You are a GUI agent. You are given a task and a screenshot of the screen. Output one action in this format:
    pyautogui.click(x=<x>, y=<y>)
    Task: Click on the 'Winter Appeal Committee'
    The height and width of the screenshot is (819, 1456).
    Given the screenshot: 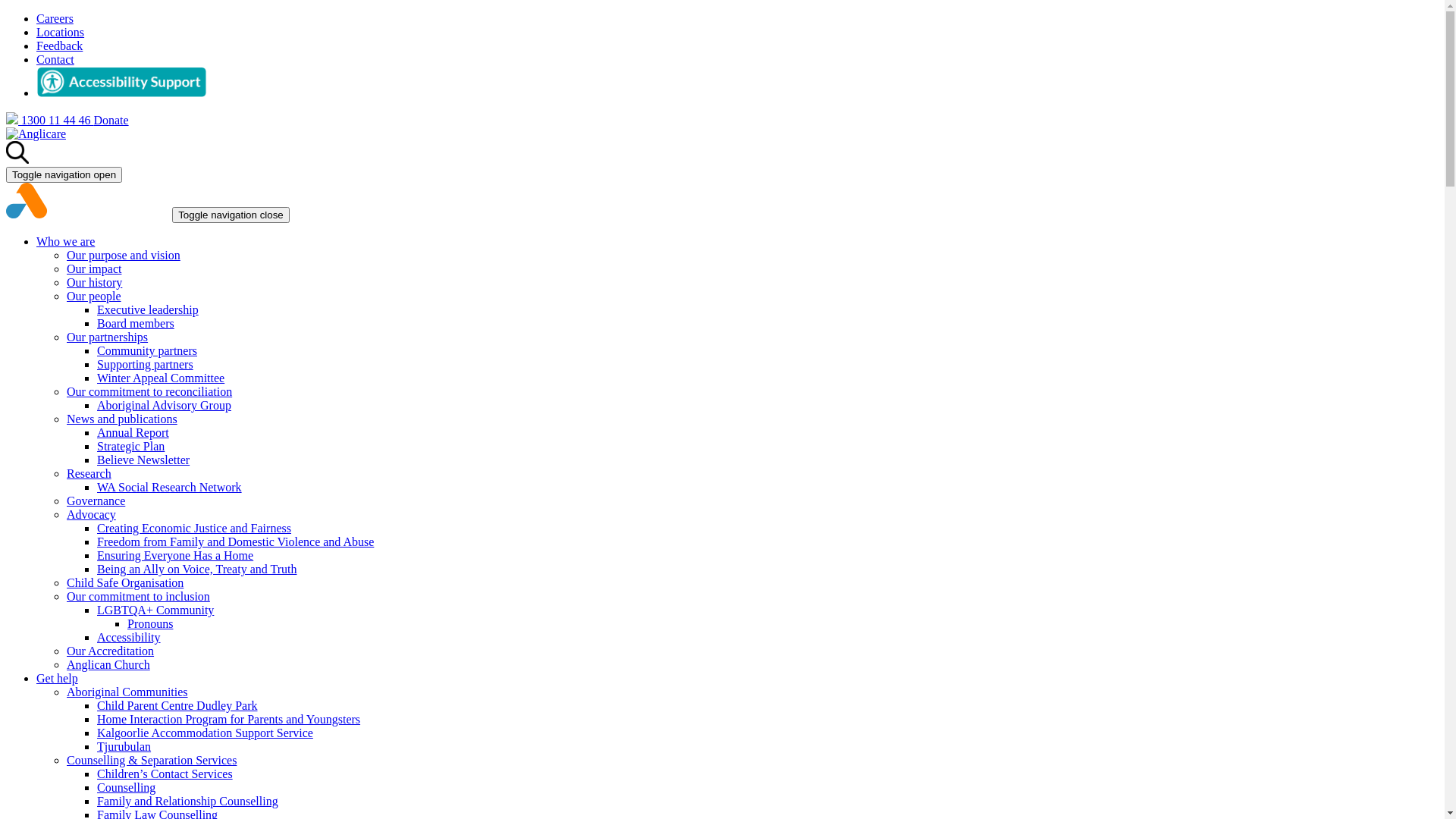 What is the action you would take?
    pyautogui.click(x=160, y=377)
    